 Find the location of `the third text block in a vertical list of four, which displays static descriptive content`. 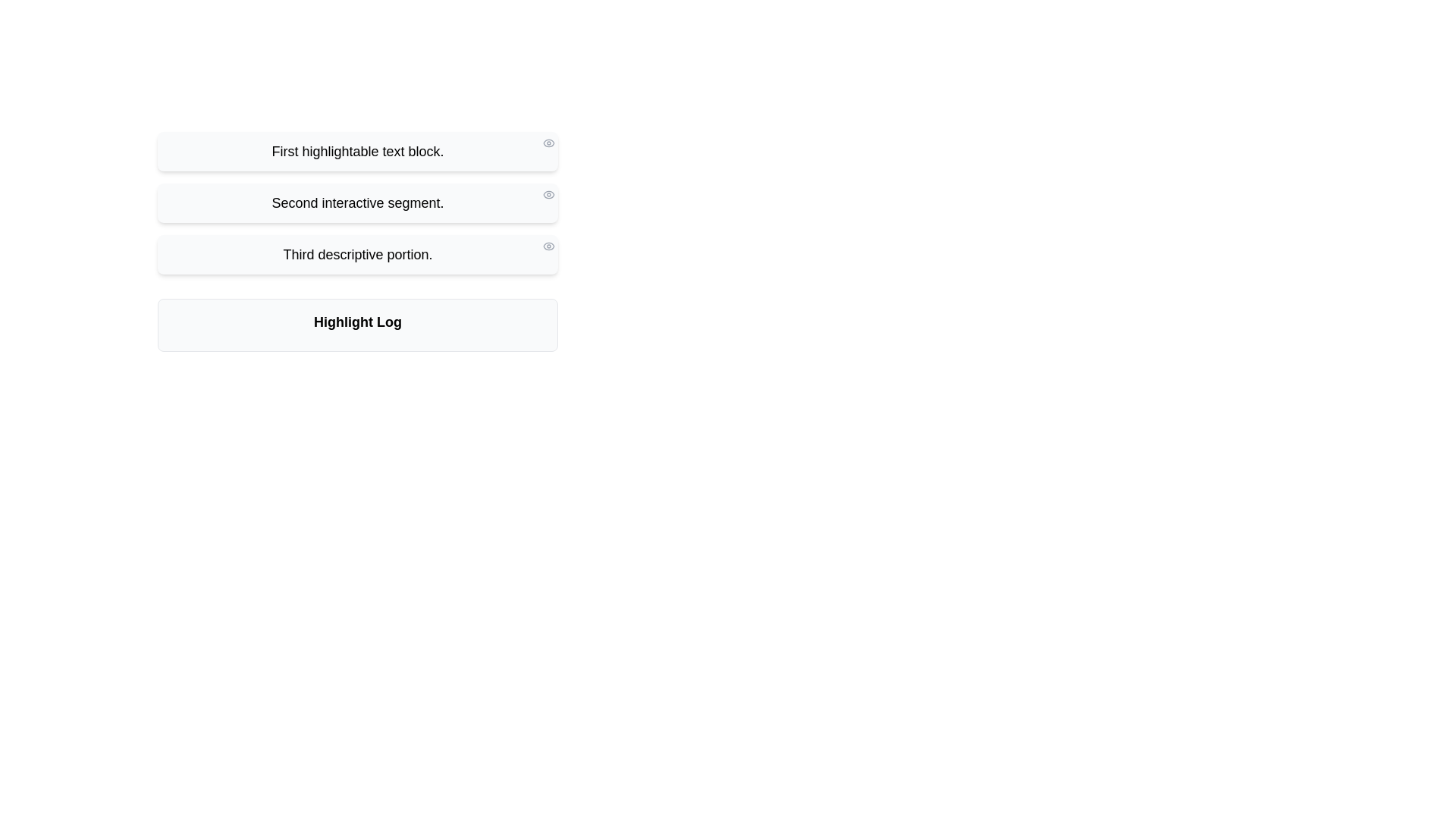

the third text block in a vertical list of four, which displays static descriptive content is located at coordinates (356, 241).